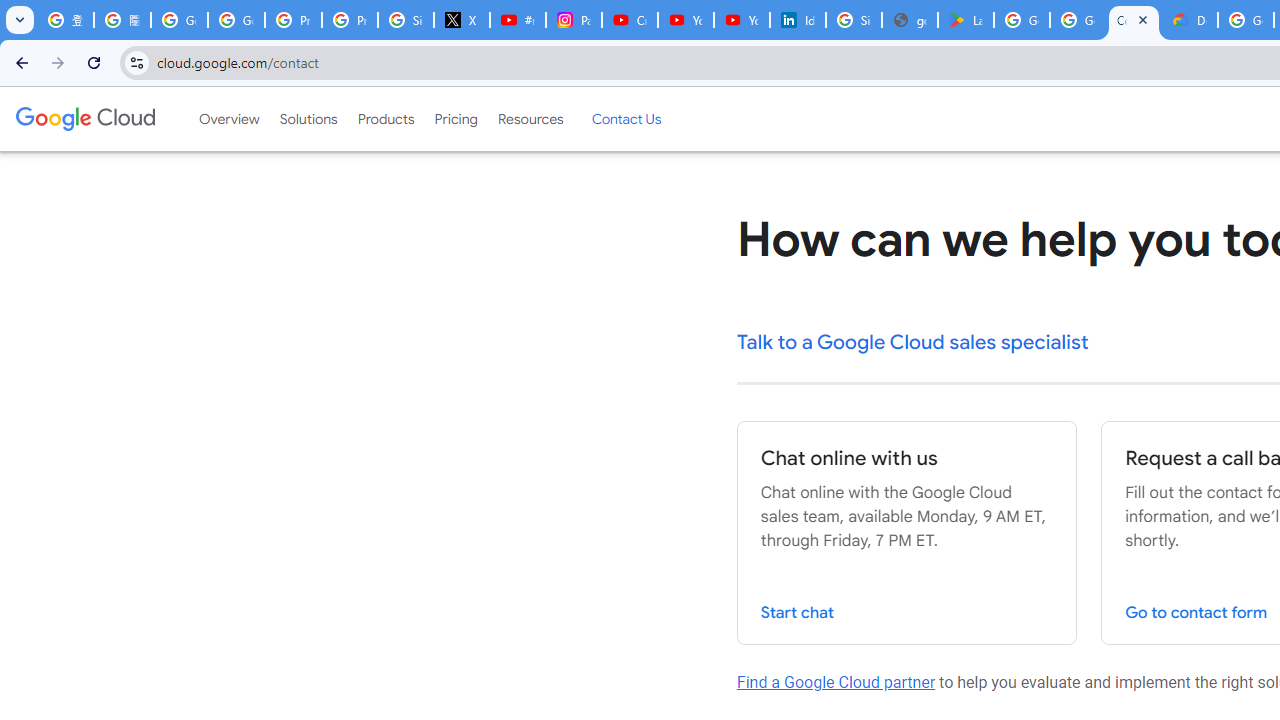  I want to click on 'Contact Us', so click(625, 119).